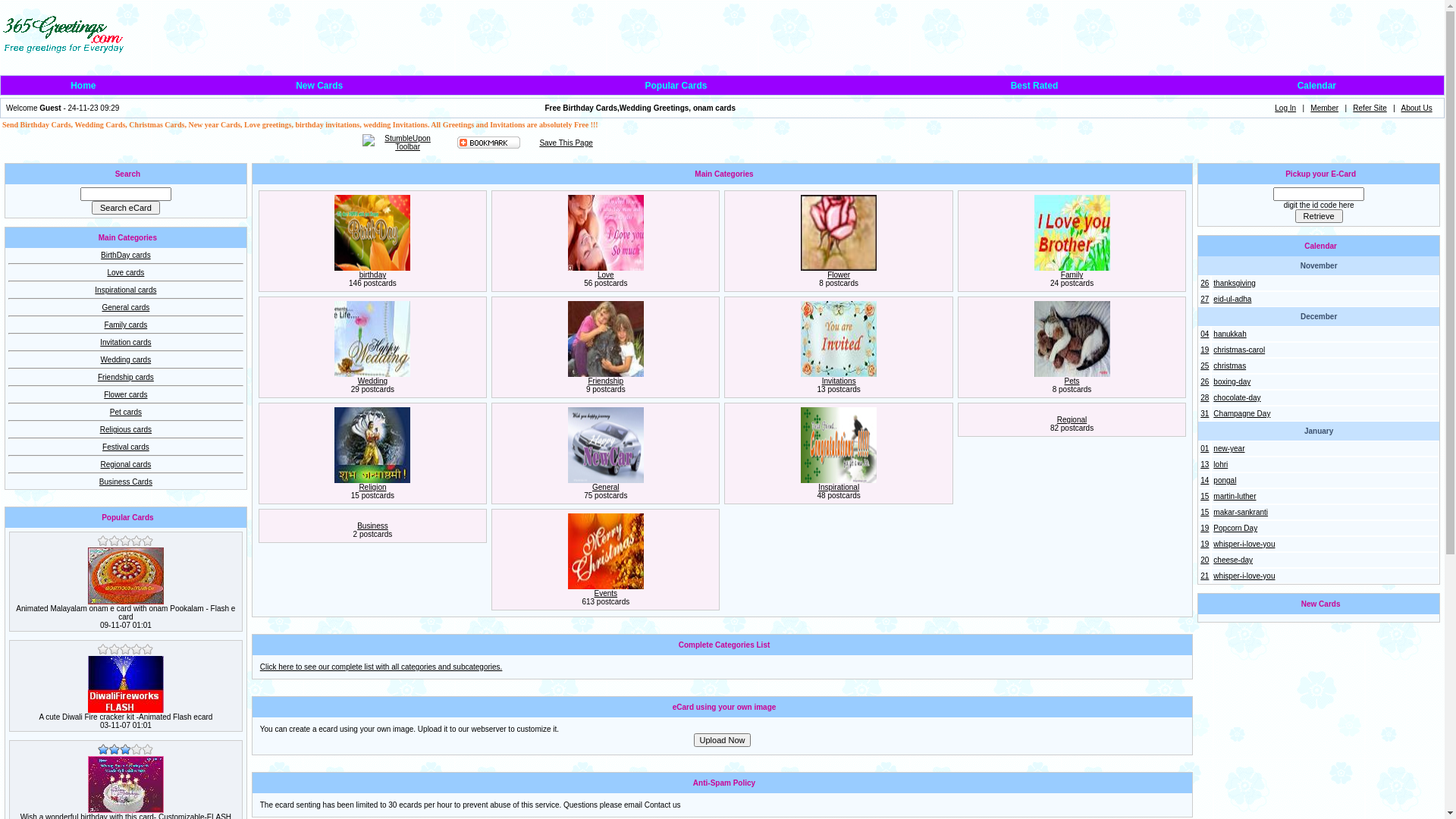  Describe the element at coordinates (722, 739) in the screenshot. I see `'Upload Now'` at that location.